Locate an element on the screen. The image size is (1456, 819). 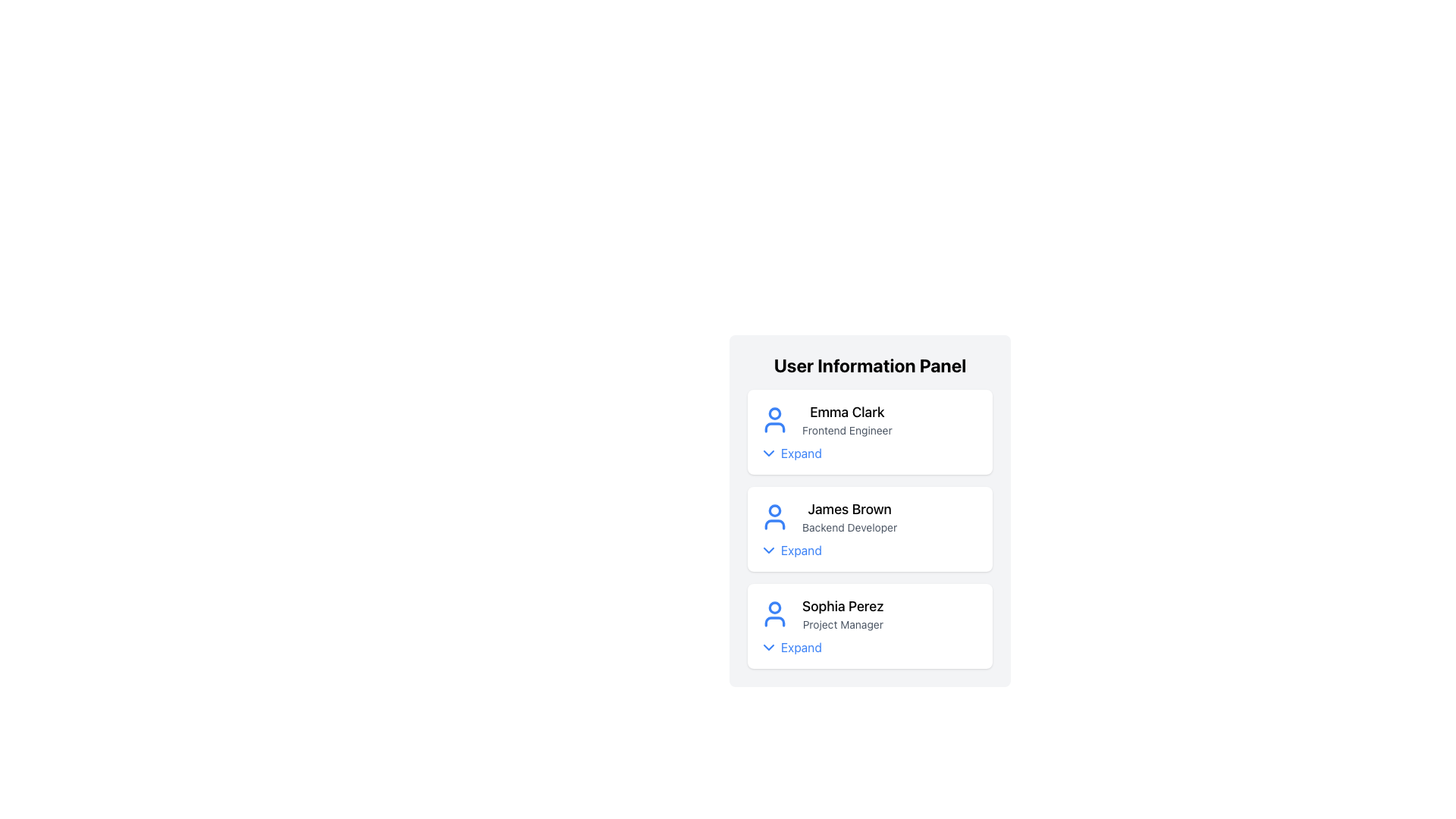
the small circular user profile icon representing 'Sophia Perez - Project Manager' in the User Information Panel, located at the top of the respective card is located at coordinates (775, 607).